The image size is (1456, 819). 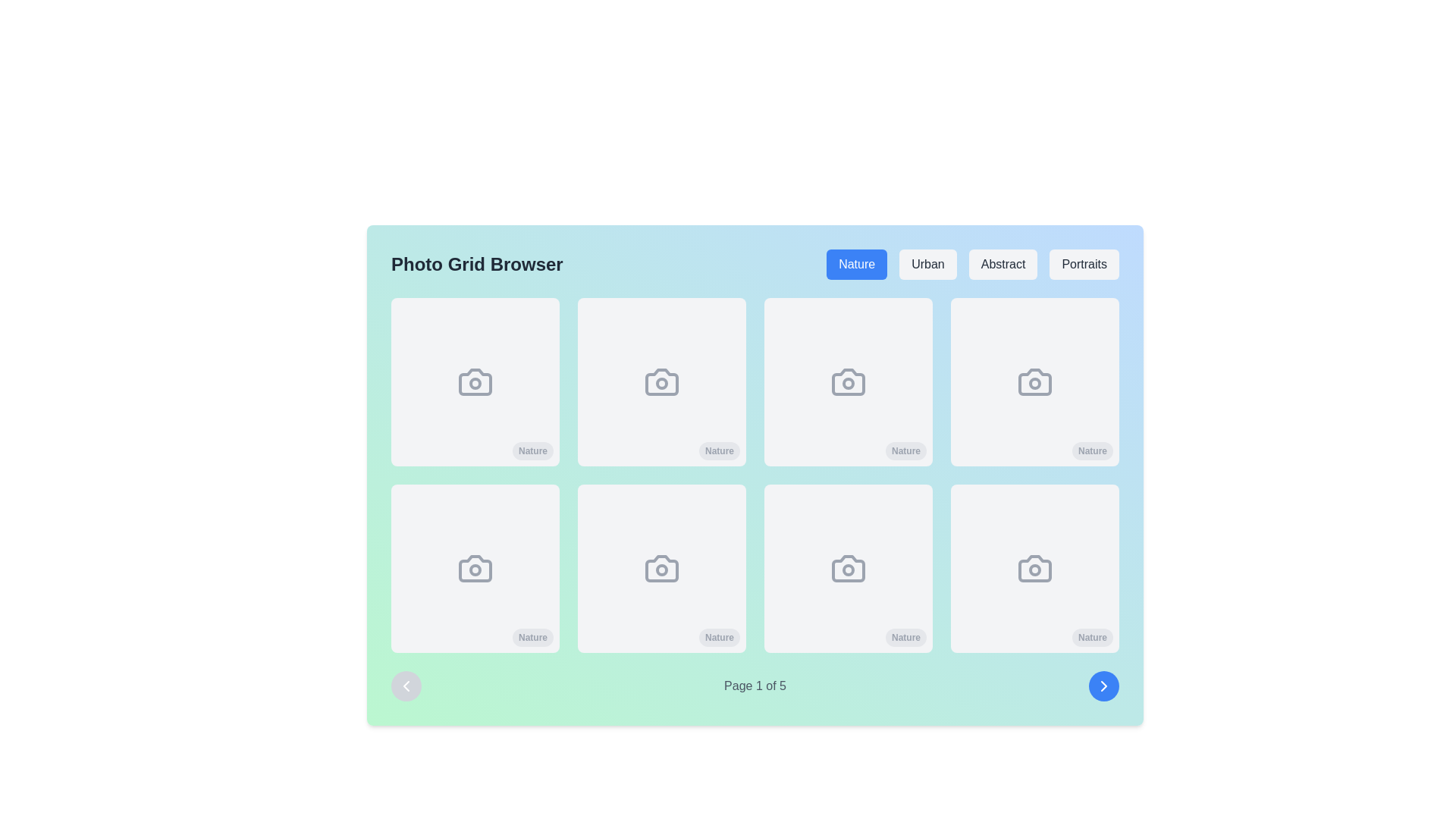 I want to click on the rightward-pointing chevron icon inside the circular blue button, so click(x=1103, y=686).